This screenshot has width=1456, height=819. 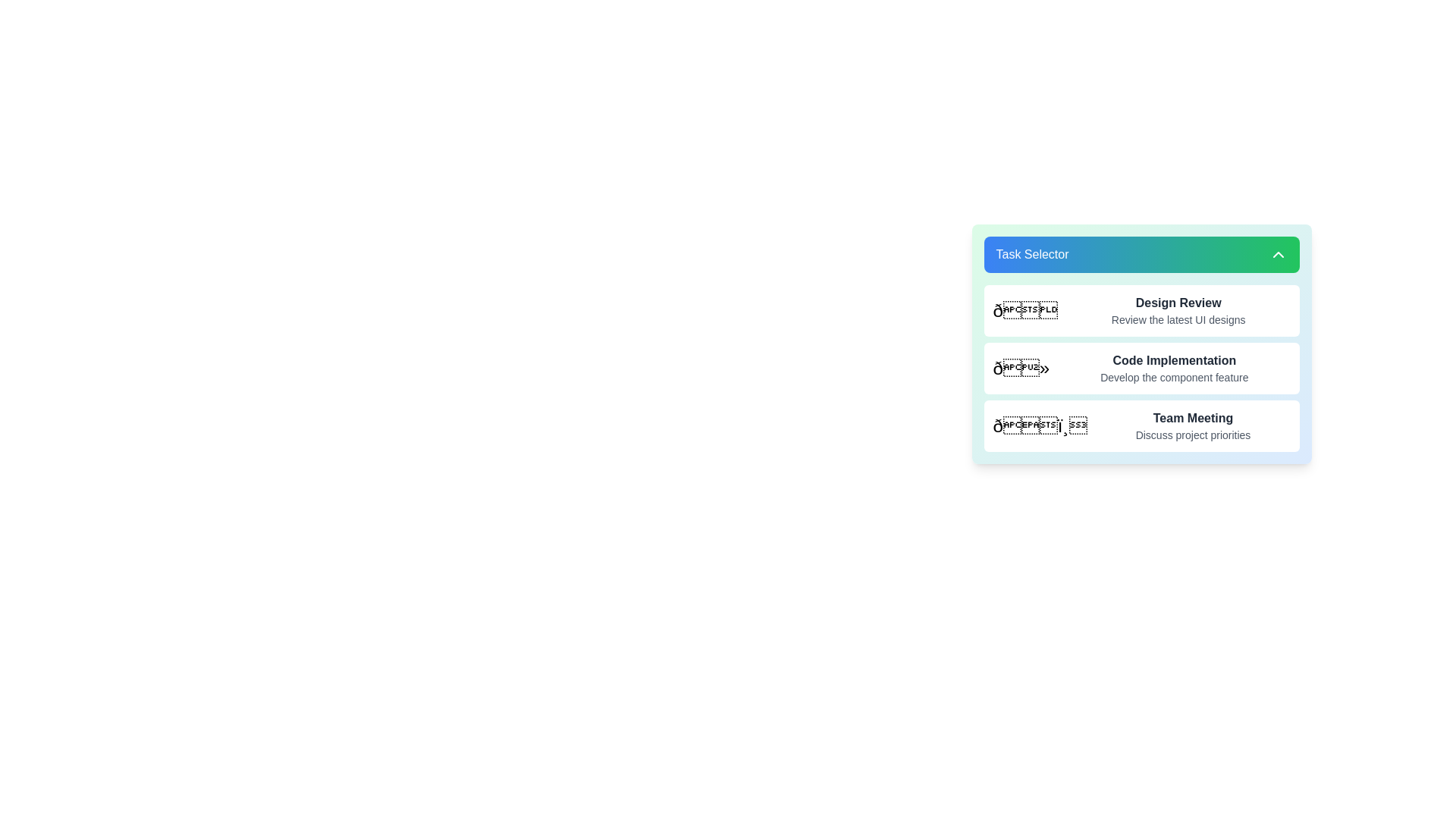 I want to click on the third task option in the vertical list, labeled 'Team Meeting', so click(x=1141, y=426).